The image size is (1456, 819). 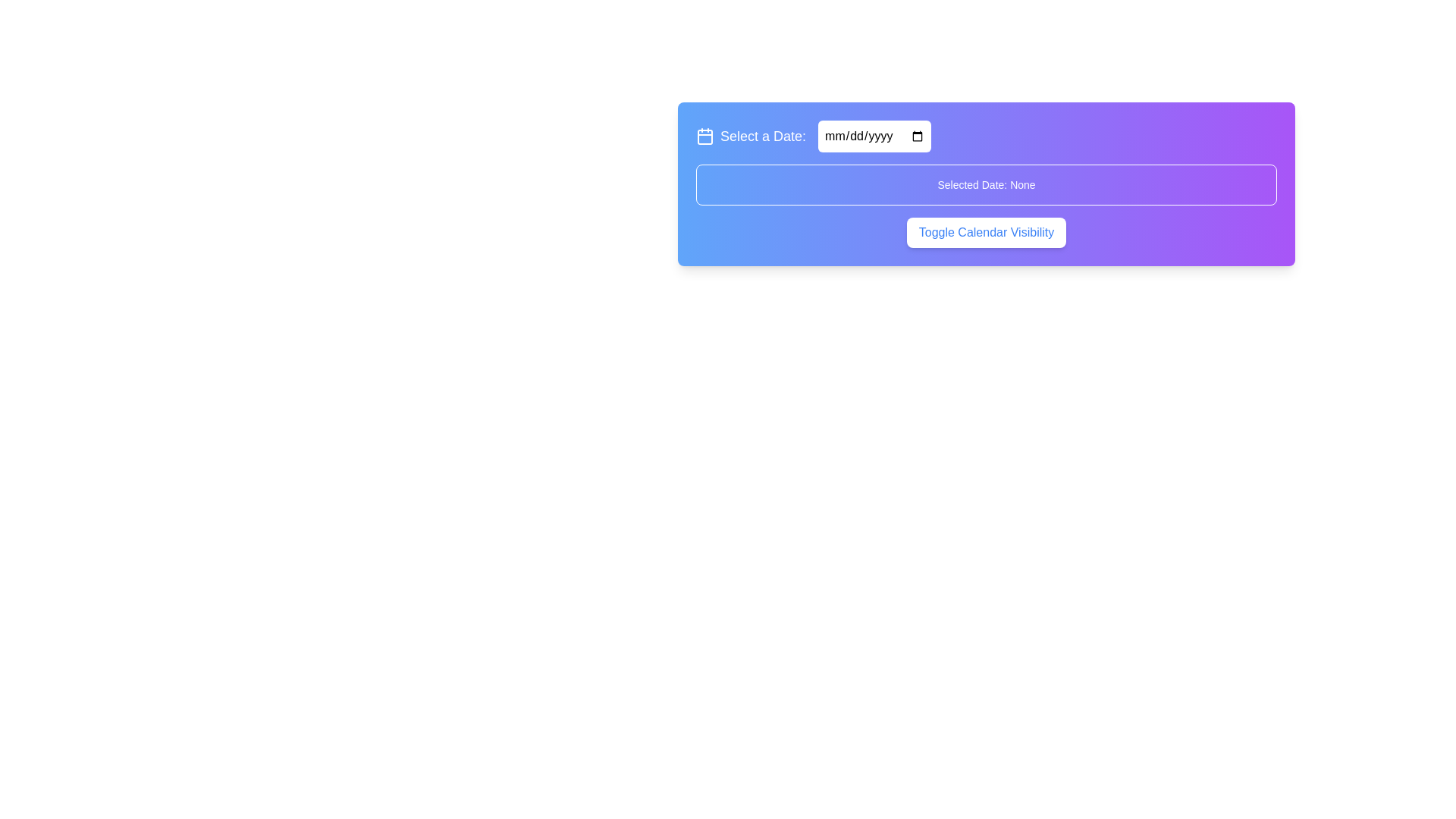 I want to click on the non-interactive informative display box that indicates the currently selected date, located below the 'Select a Date' section and above the 'Toggle Calendar Visibility' button, so click(x=986, y=184).